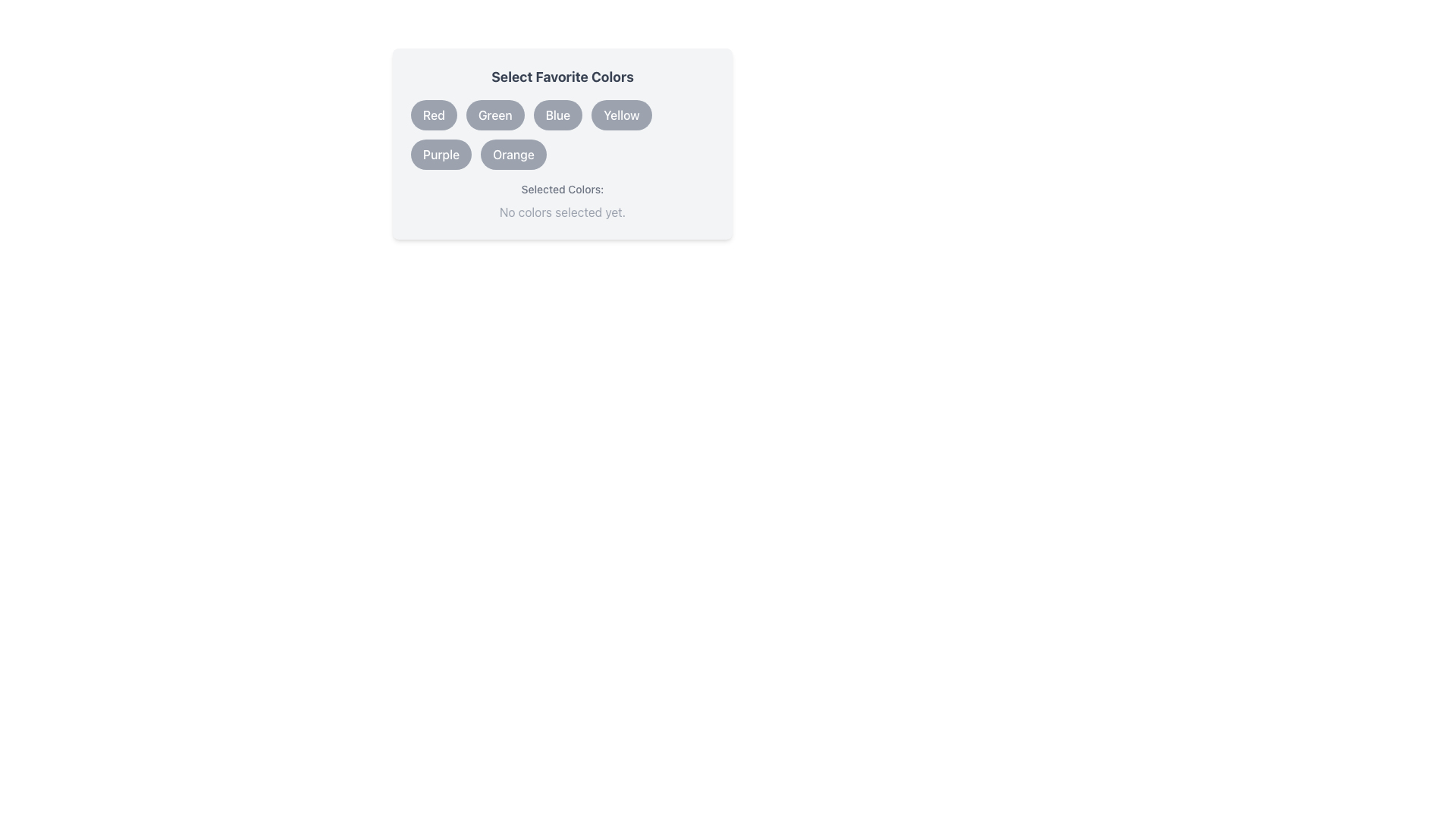 The image size is (1456, 819). Describe the element at coordinates (513, 155) in the screenshot. I see `the 'Orange' color selection button located in the second row of the 'Select Favorite Colors' section` at that location.